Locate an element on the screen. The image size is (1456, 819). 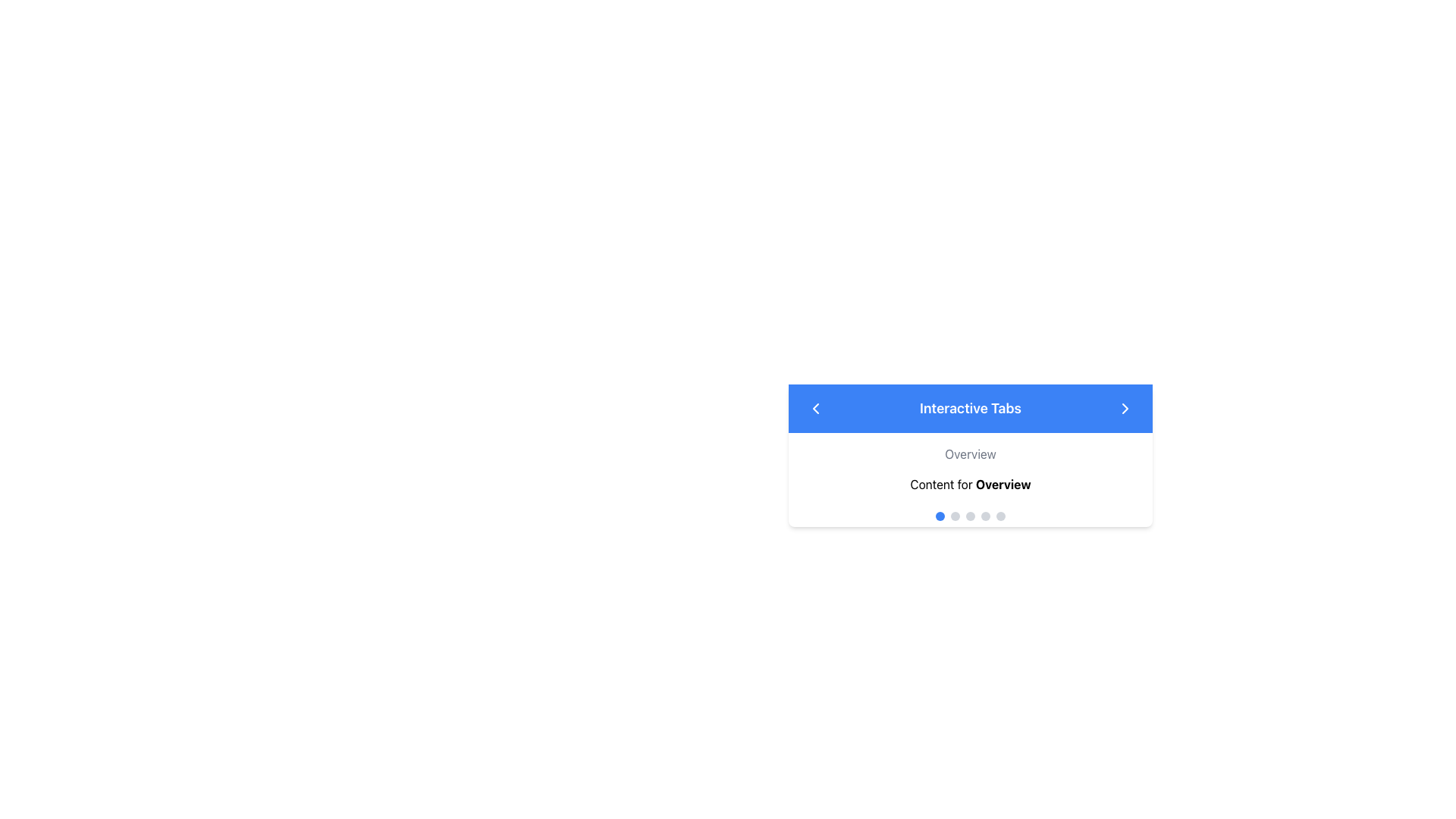
the fifth navigation dot in the progress tracker located centrally below the 'Content for Overview' area is located at coordinates (1001, 516).